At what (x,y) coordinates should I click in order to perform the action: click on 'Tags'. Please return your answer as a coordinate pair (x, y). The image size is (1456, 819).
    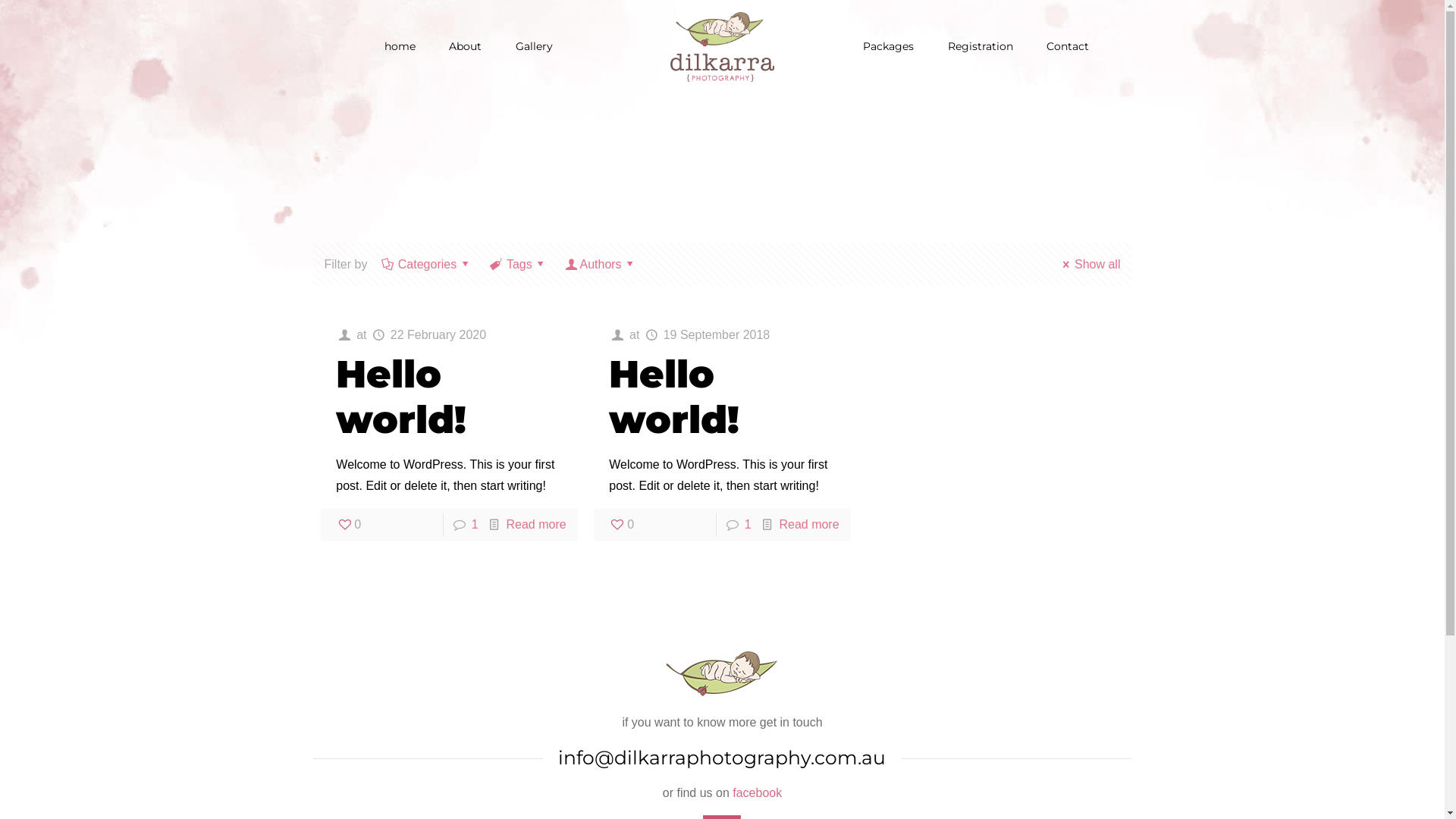
    Looking at the image, I should click on (488, 263).